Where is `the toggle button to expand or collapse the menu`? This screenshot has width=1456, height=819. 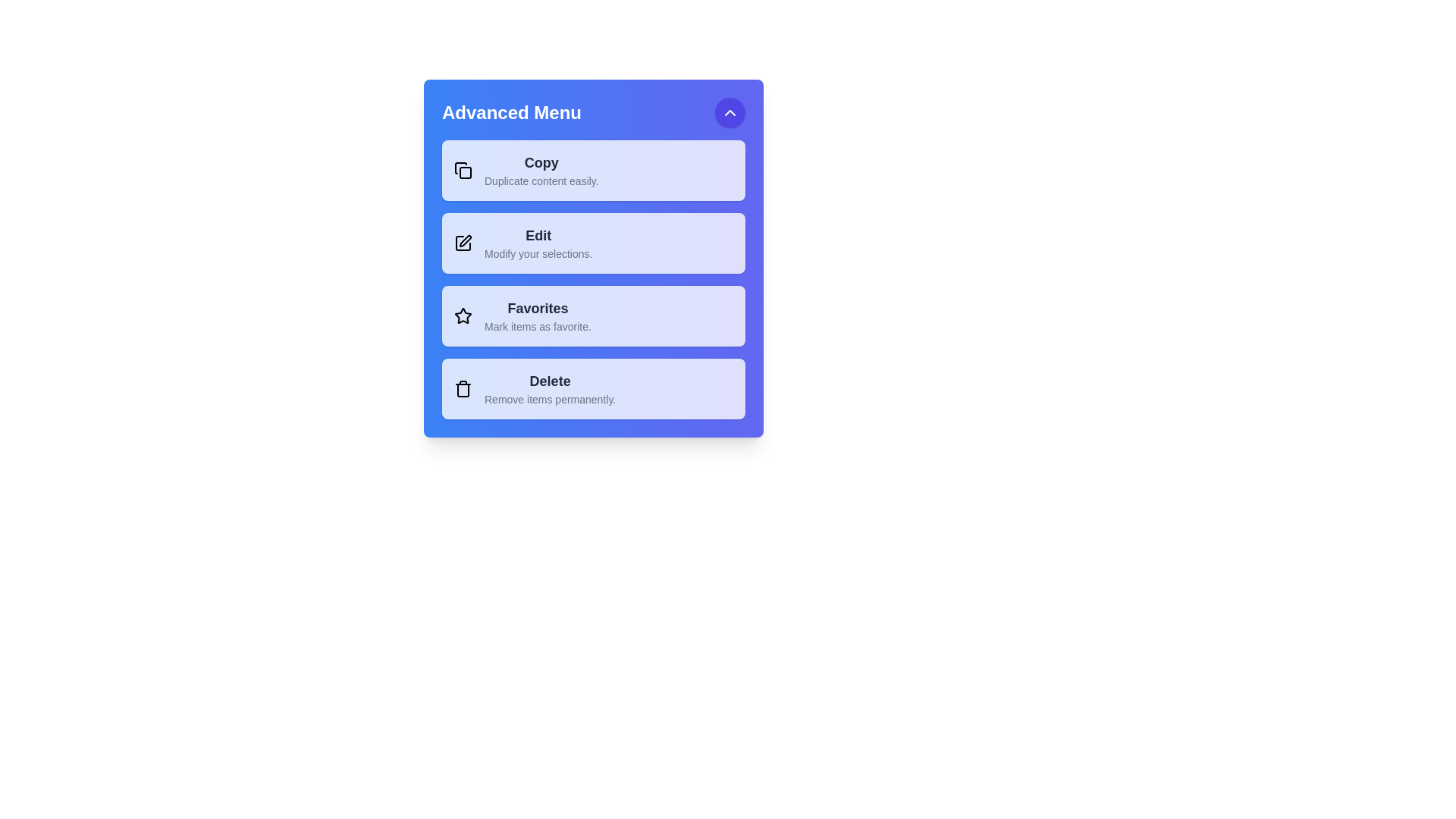 the toggle button to expand or collapse the menu is located at coordinates (730, 112).